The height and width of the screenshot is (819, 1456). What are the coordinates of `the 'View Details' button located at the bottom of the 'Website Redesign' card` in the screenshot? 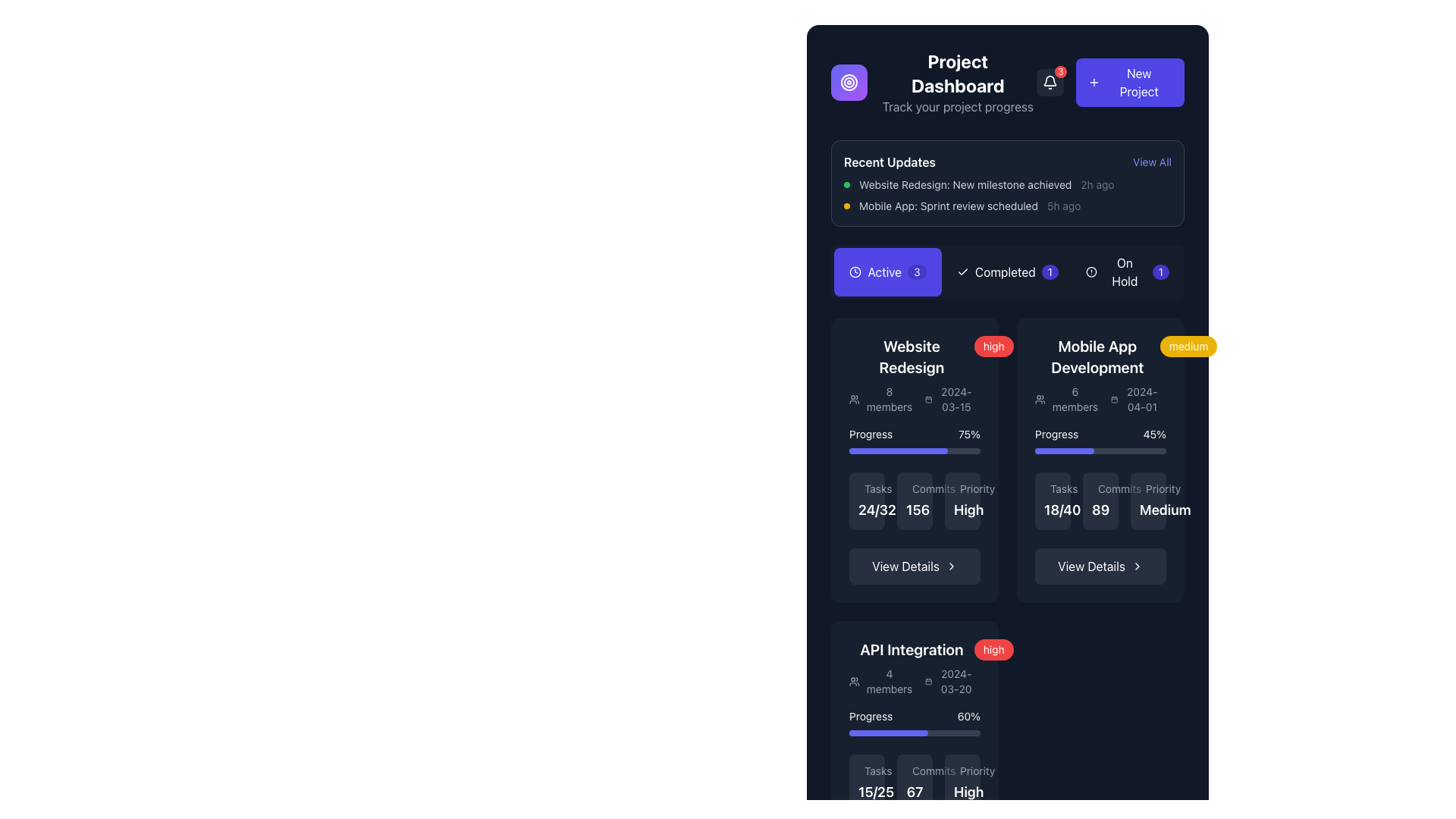 It's located at (914, 566).